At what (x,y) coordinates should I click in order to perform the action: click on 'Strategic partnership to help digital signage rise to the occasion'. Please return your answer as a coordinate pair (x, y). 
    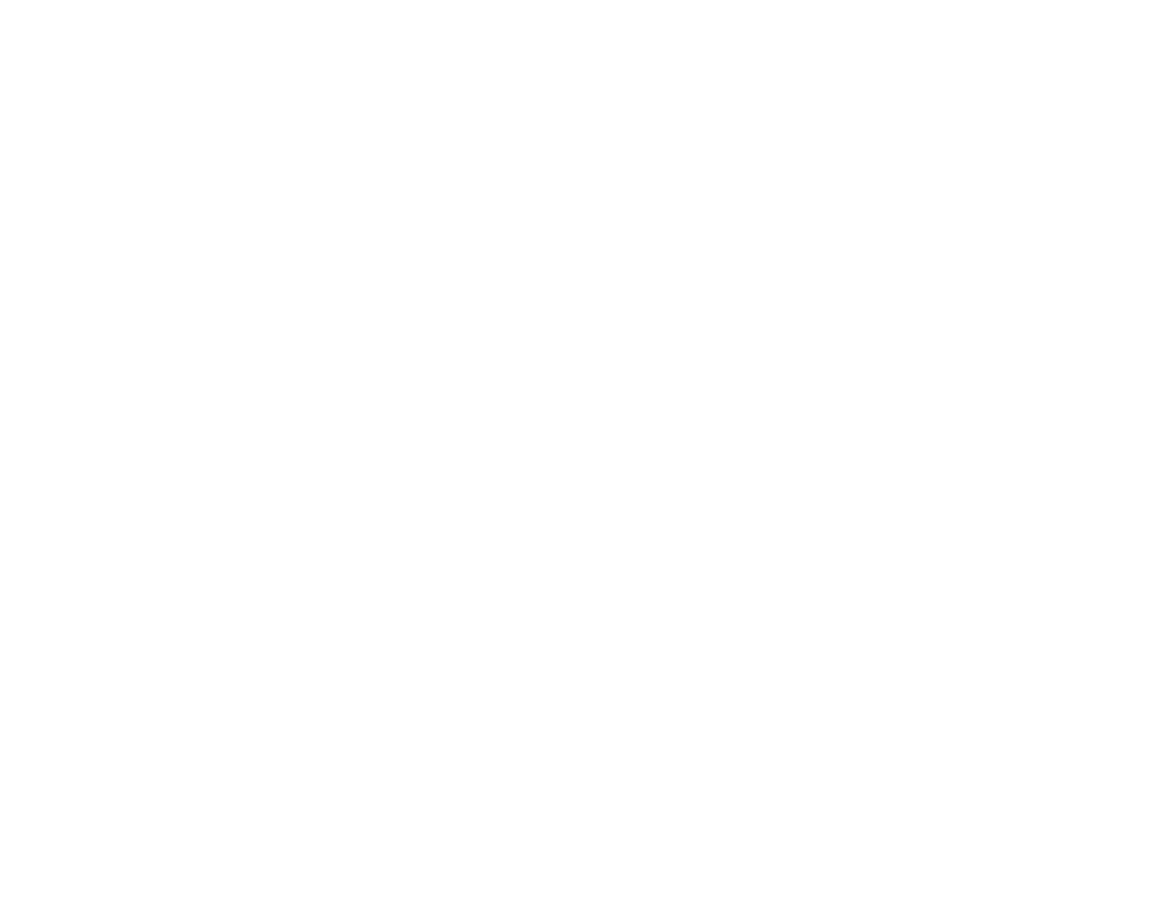
    Looking at the image, I should click on (928, 630).